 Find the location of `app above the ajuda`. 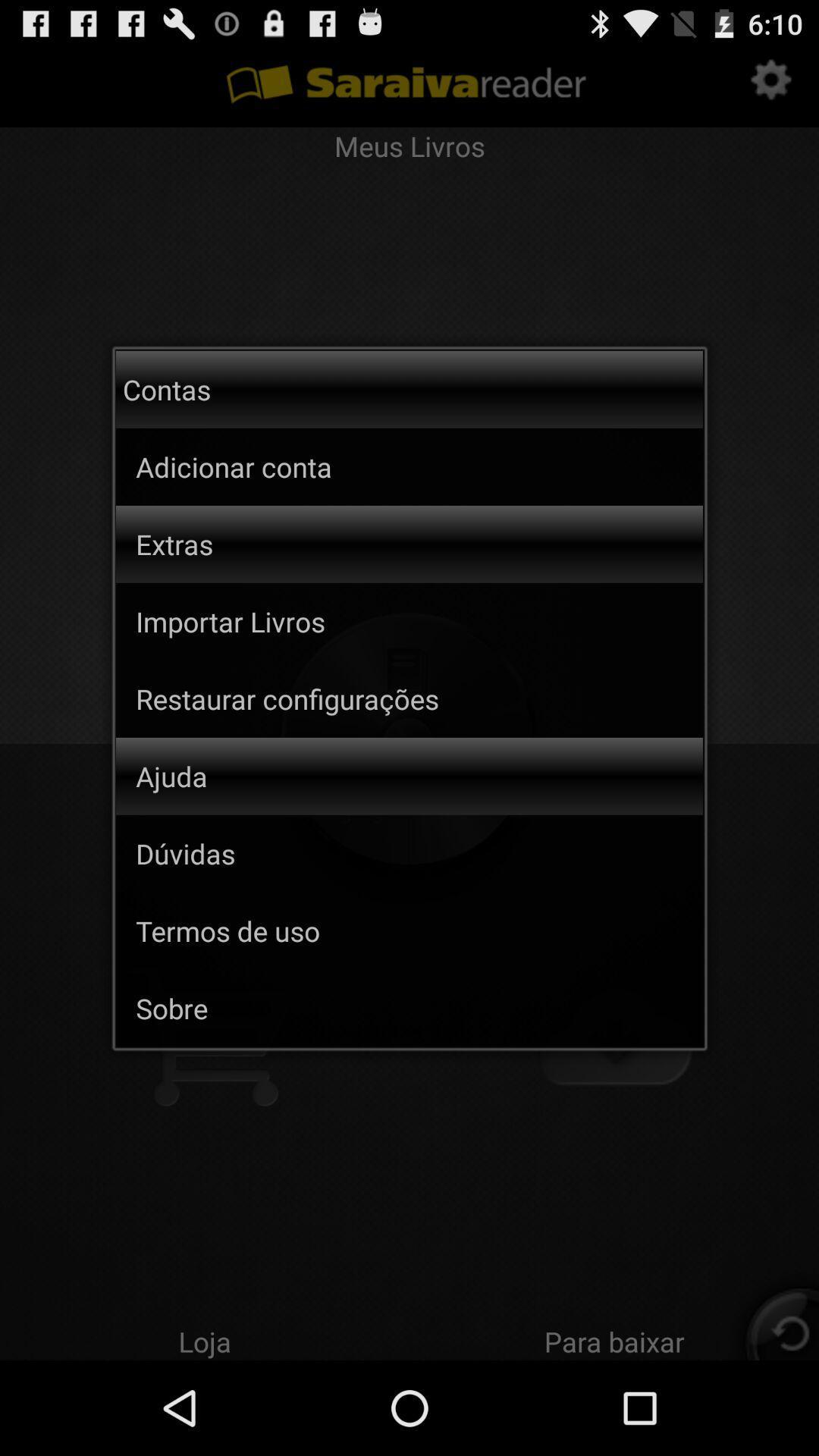

app above the ajuda is located at coordinates (419, 698).